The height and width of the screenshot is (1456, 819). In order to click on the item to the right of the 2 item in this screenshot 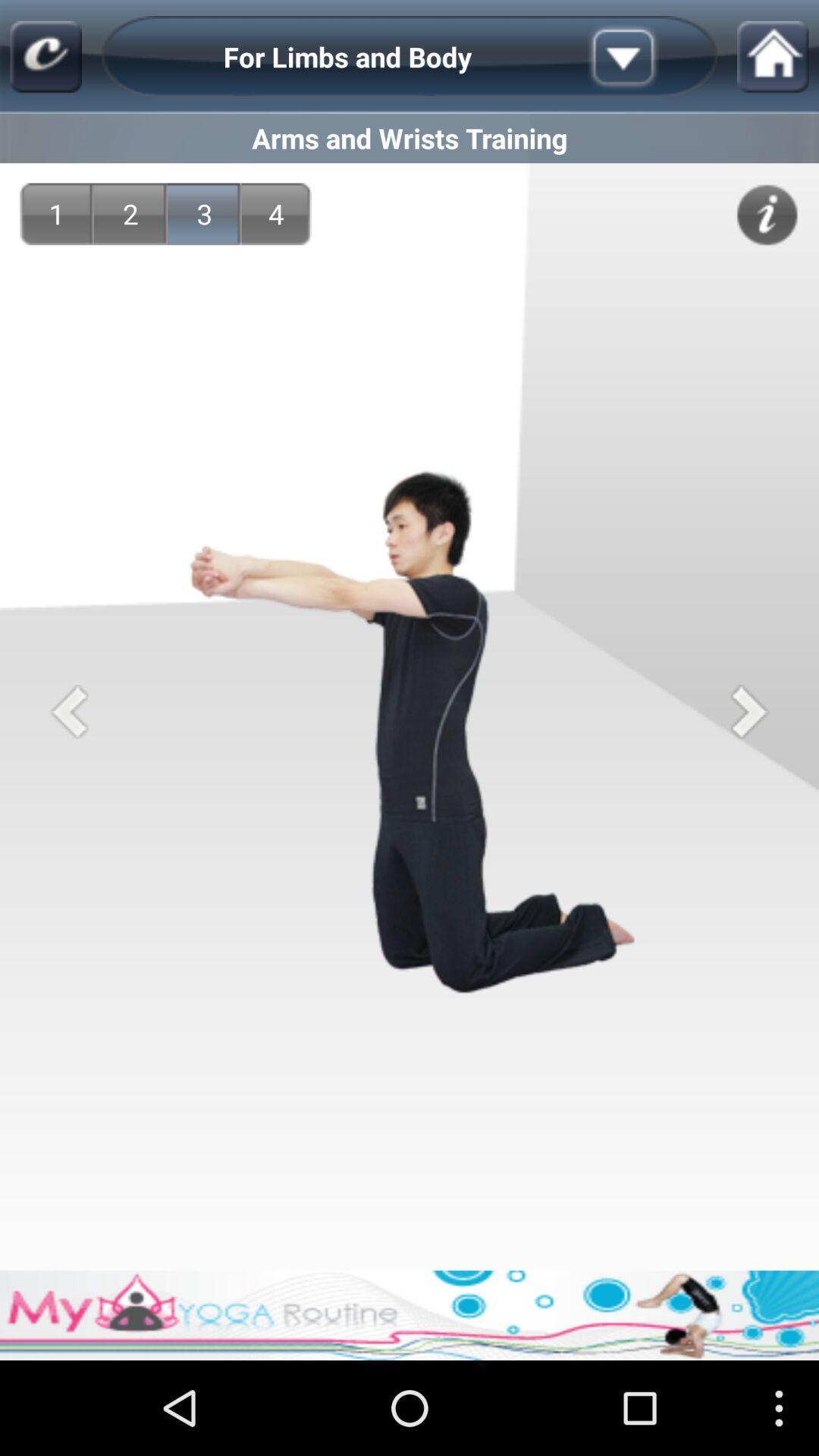, I will do `click(205, 213)`.